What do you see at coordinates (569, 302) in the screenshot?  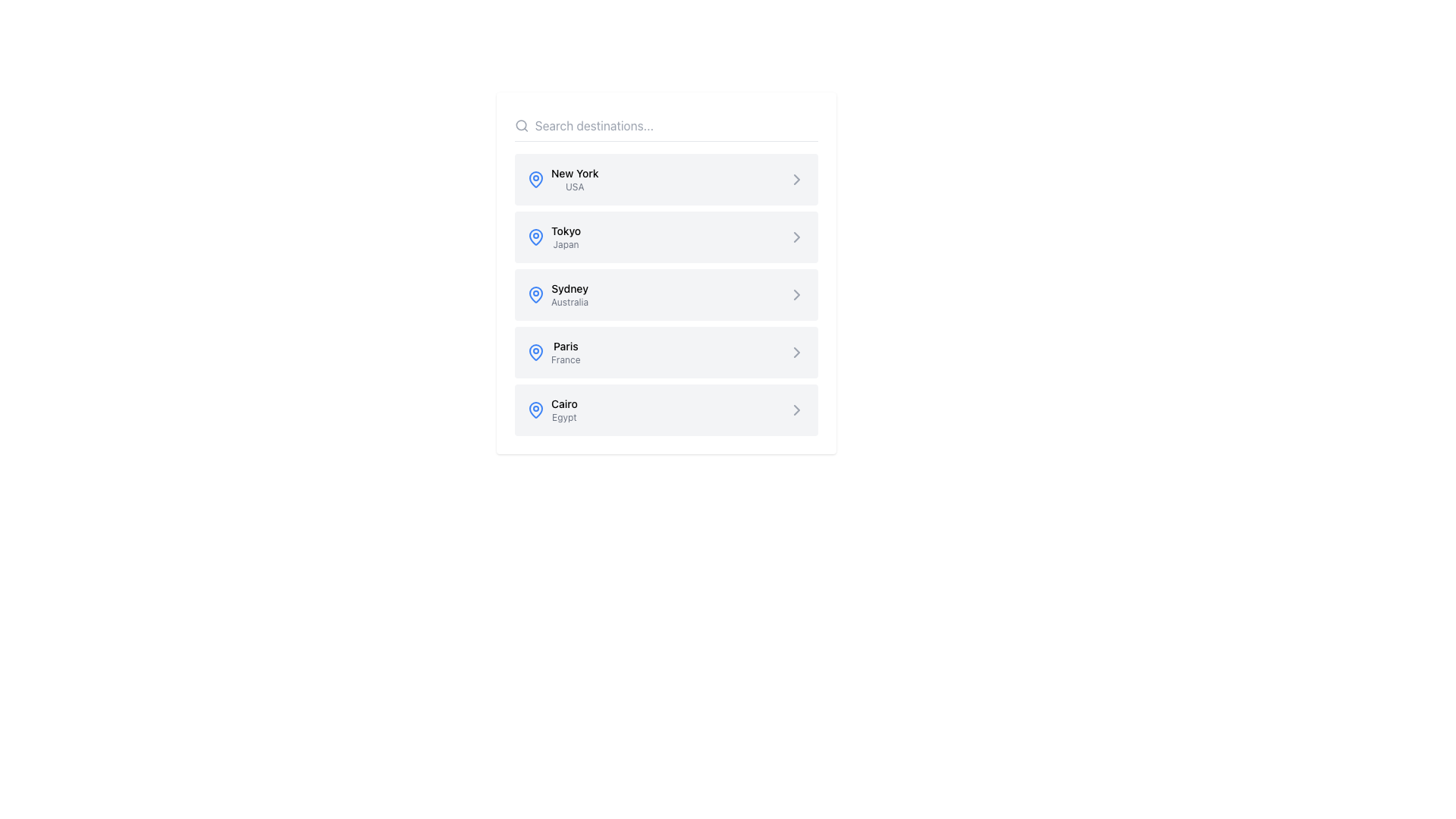 I see `text label displaying 'Australia', which is styled in a small font size and light gray color, located beneath the 'Sydney' label in the list` at bounding box center [569, 302].